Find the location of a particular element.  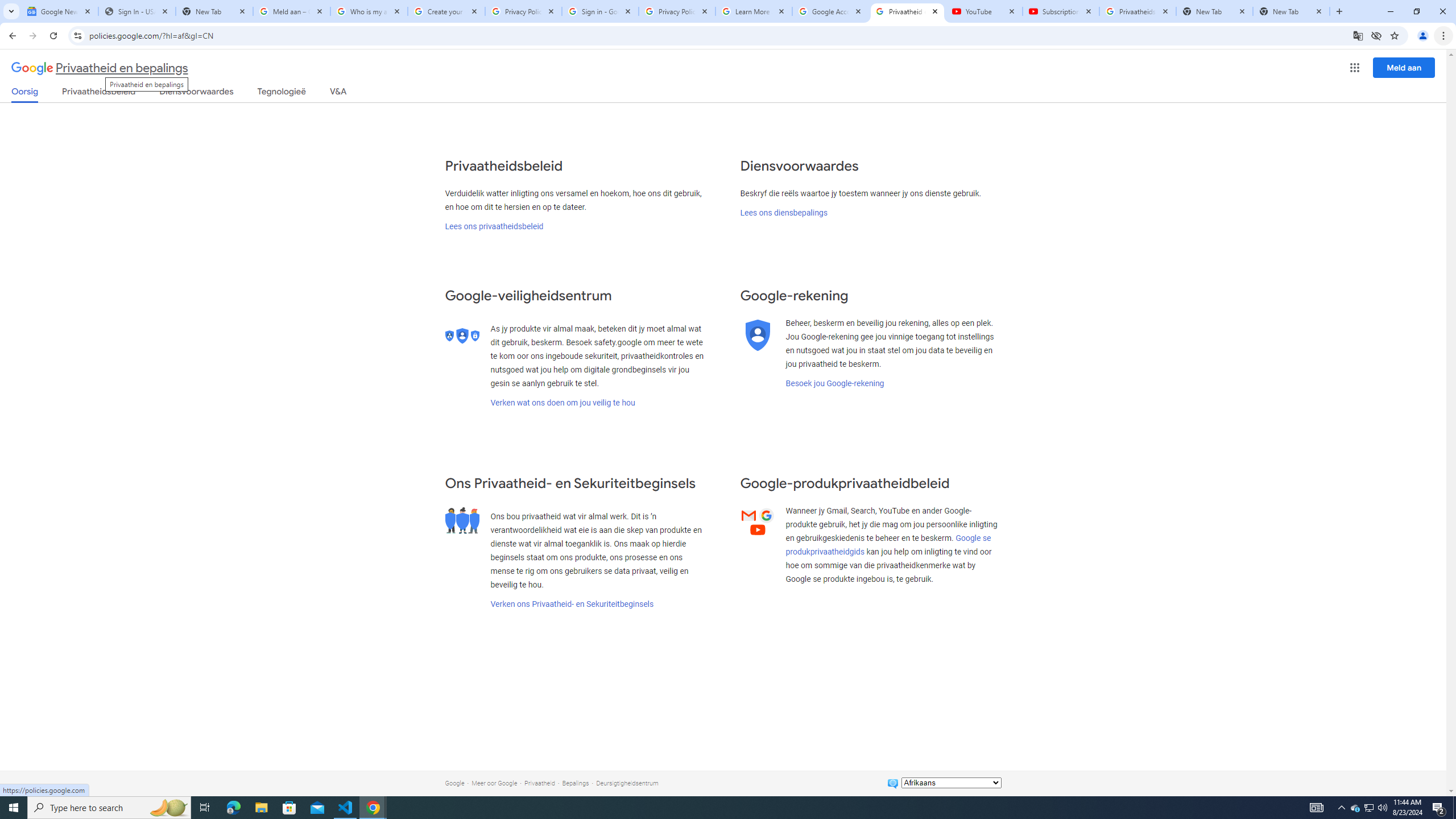

'Google Account' is located at coordinates (830, 11).